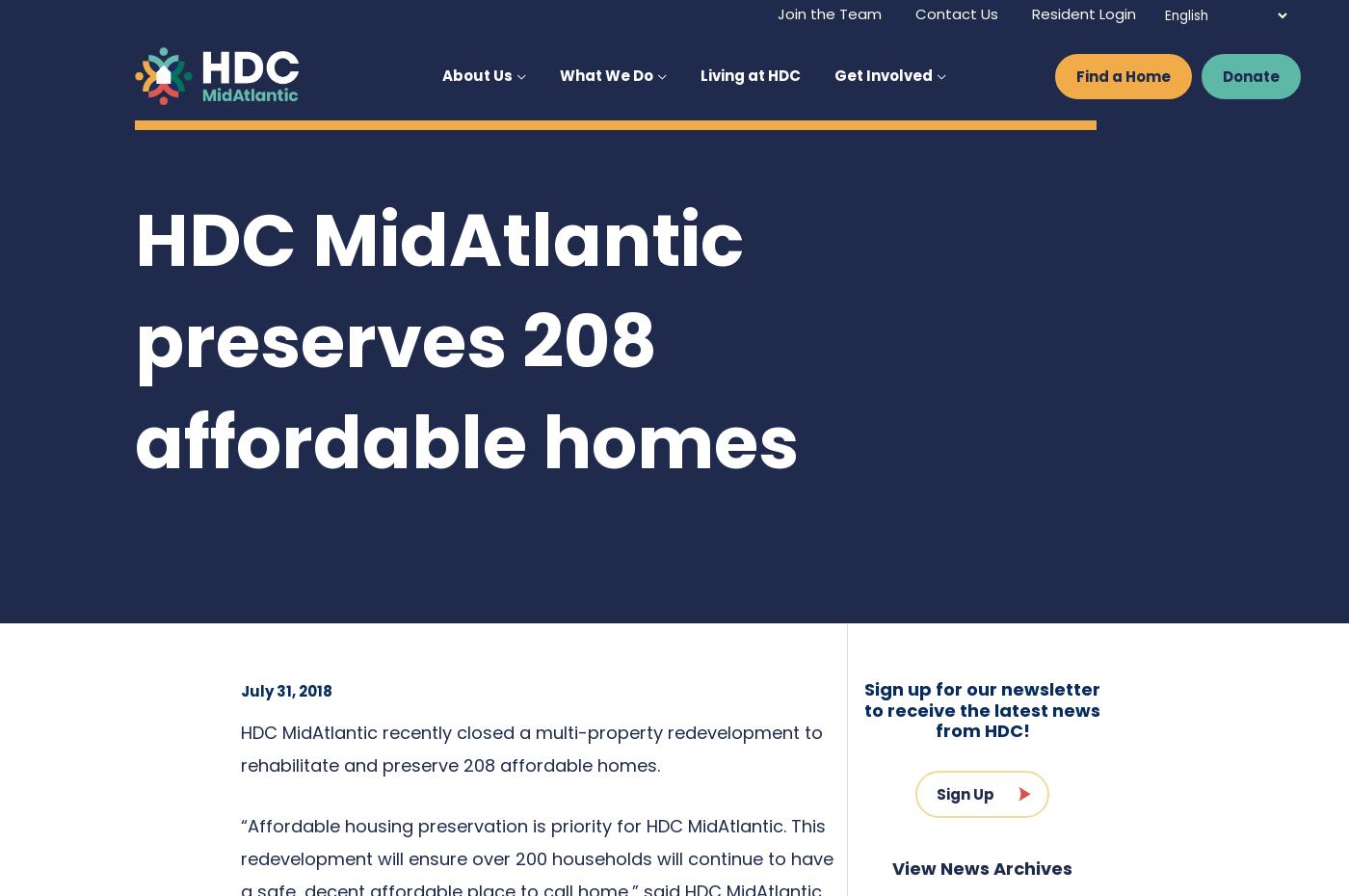 The image size is (1349, 896). Describe the element at coordinates (286, 691) in the screenshot. I see `'July 31, 2018'` at that location.